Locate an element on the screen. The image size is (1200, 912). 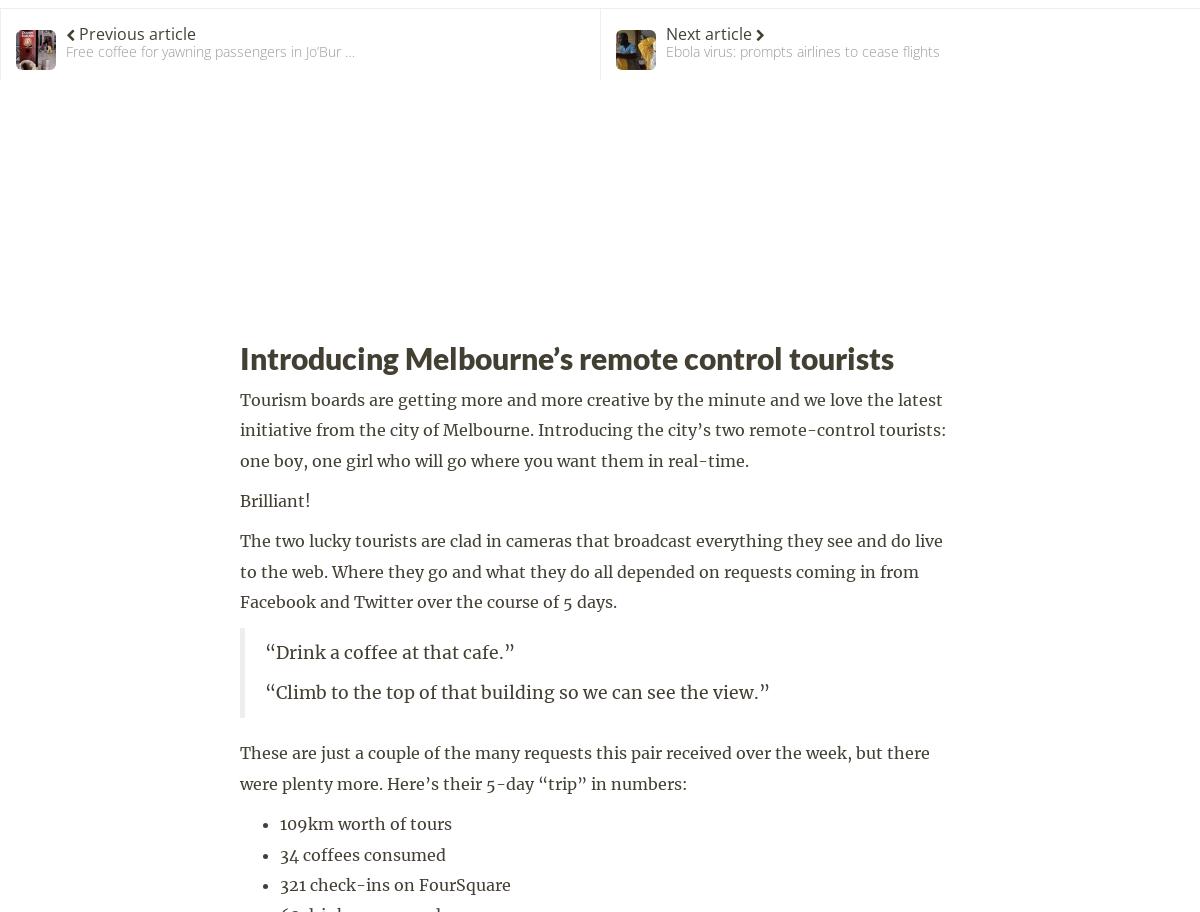
'The two lucky tourists are clad in cameras that broadcast everything they see and do live to the web. Where they go and what they do all depended on requests coming in from Facebook and Twitter over the course of 5 days.' is located at coordinates (590, 570).